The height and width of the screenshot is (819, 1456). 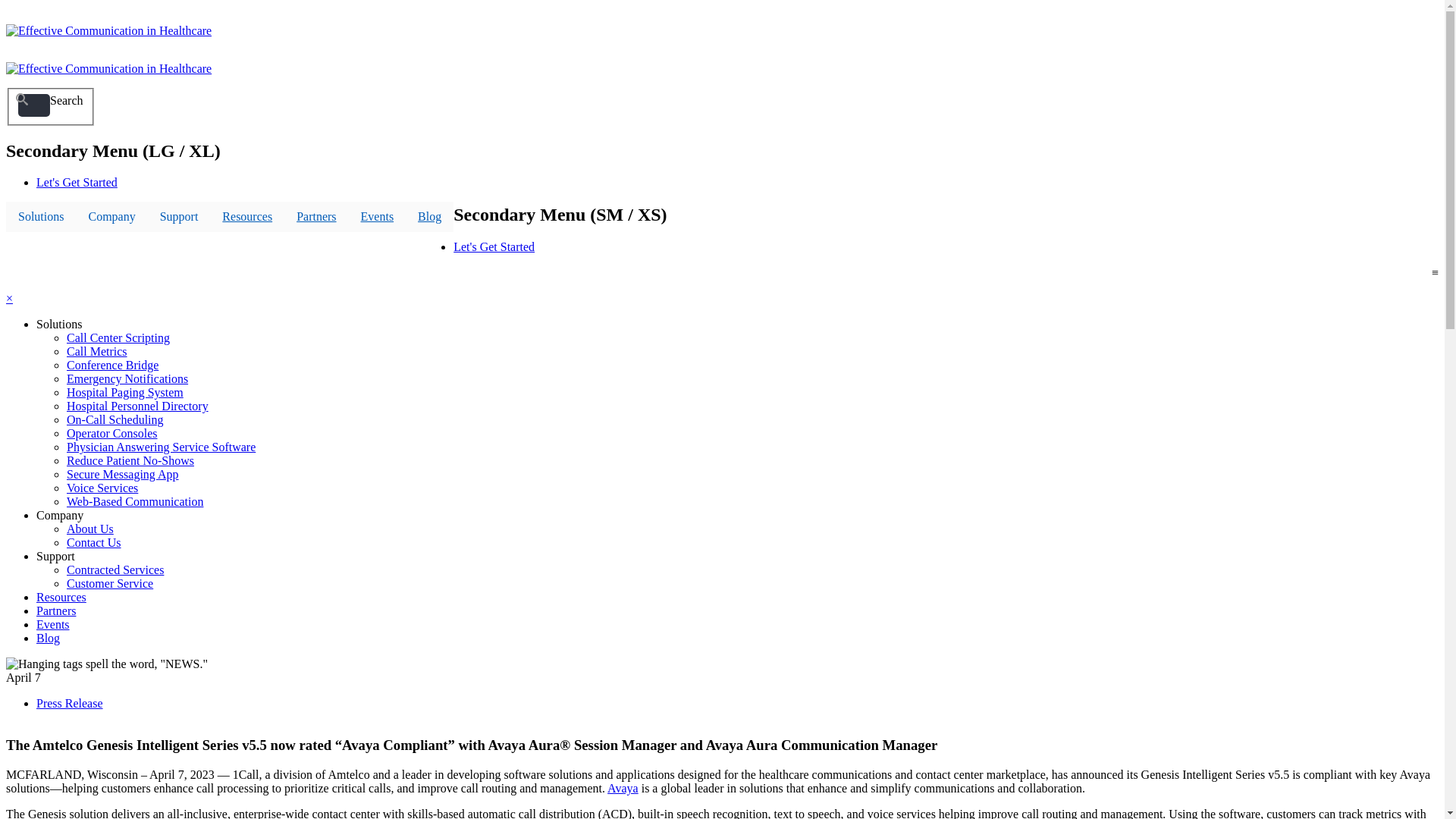 I want to click on 'Reduce Patient No-Shows', so click(x=130, y=460).